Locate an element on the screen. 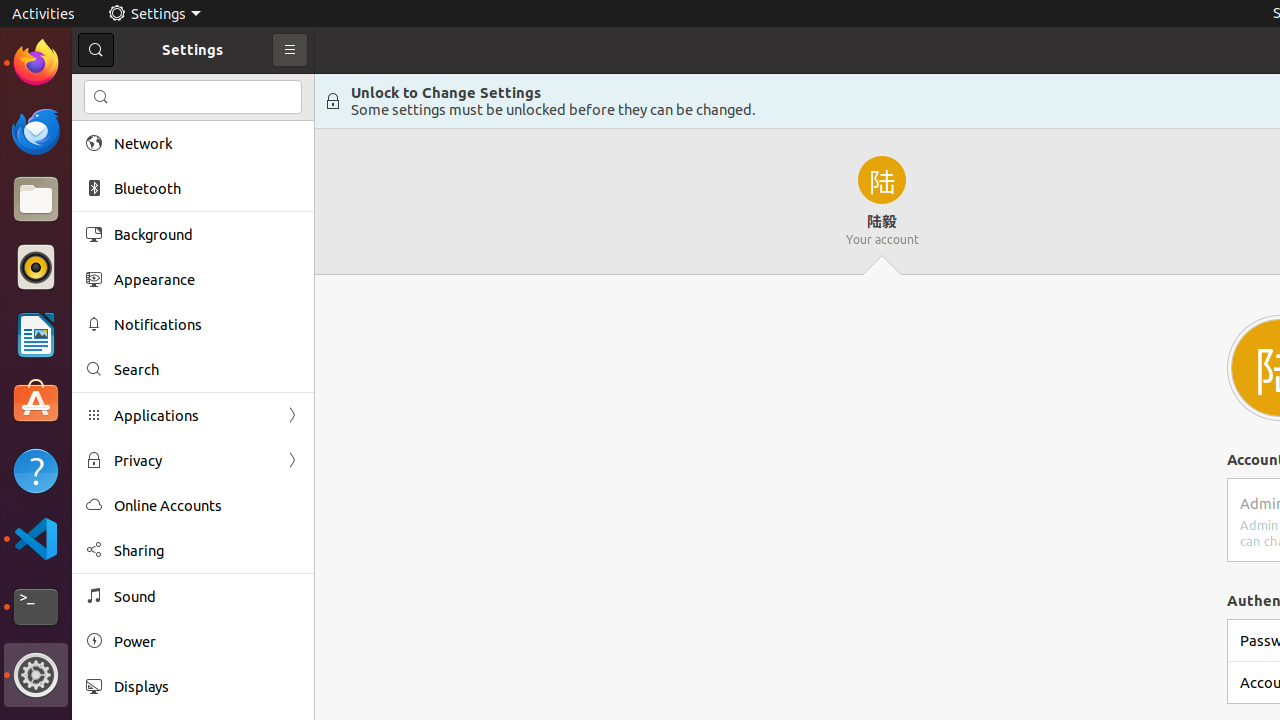 This screenshot has width=1280, height=720. 'Background' is located at coordinates (206, 233).